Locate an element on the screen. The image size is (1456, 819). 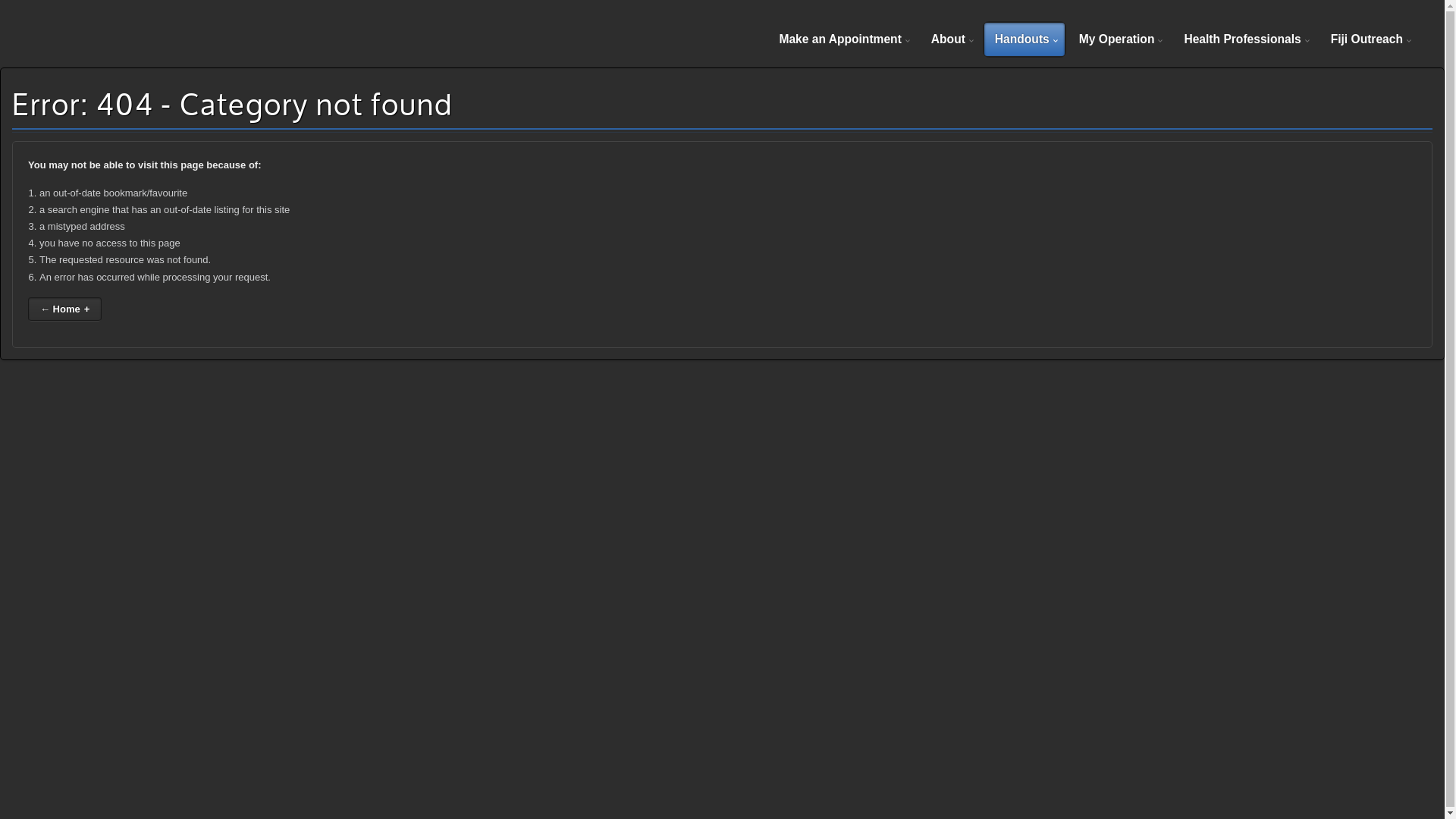
'Handouts' is located at coordinates (1024, 38).